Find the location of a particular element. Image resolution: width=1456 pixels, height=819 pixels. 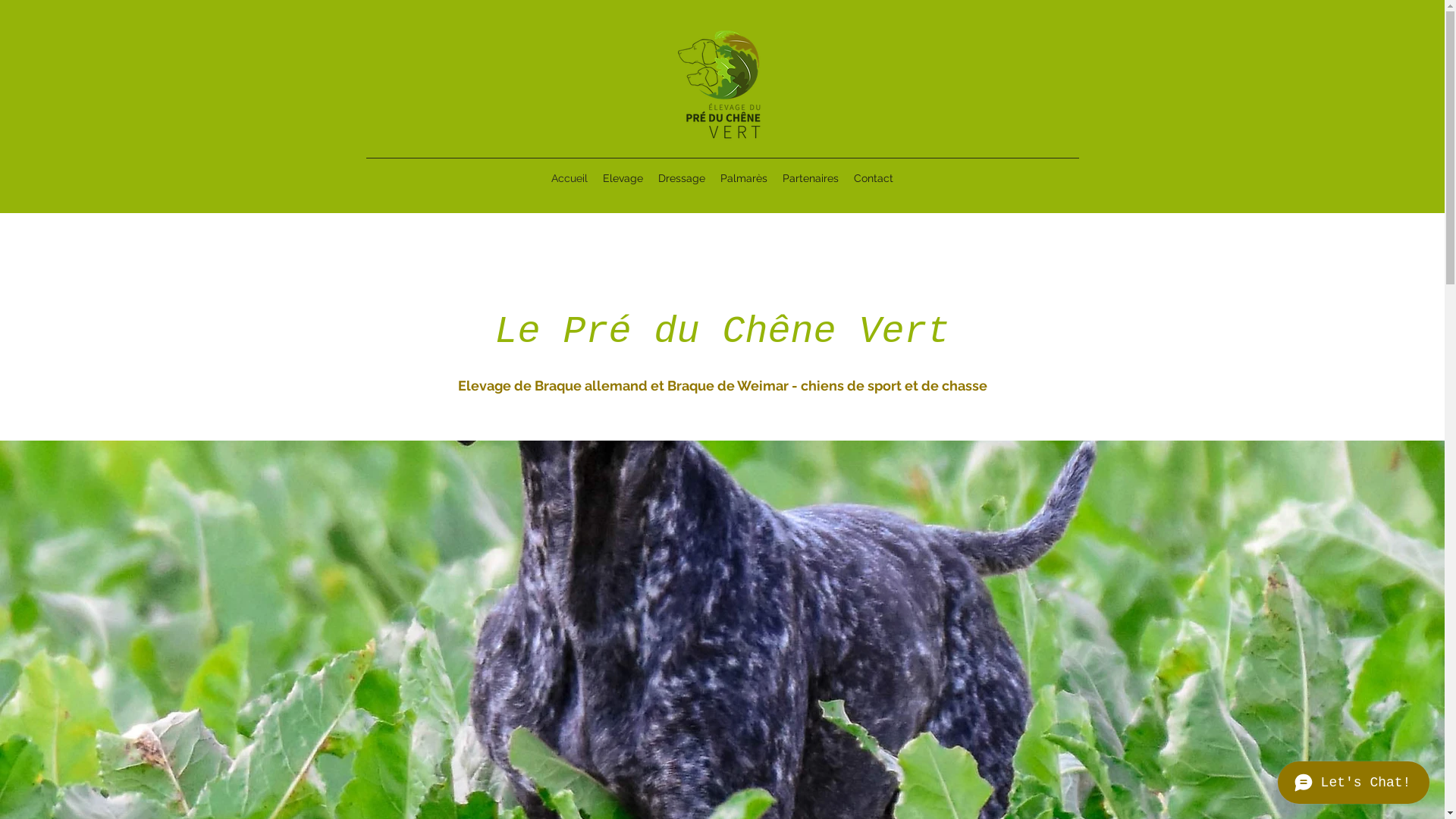

'Dressage' is located at coordinates (680, 177).